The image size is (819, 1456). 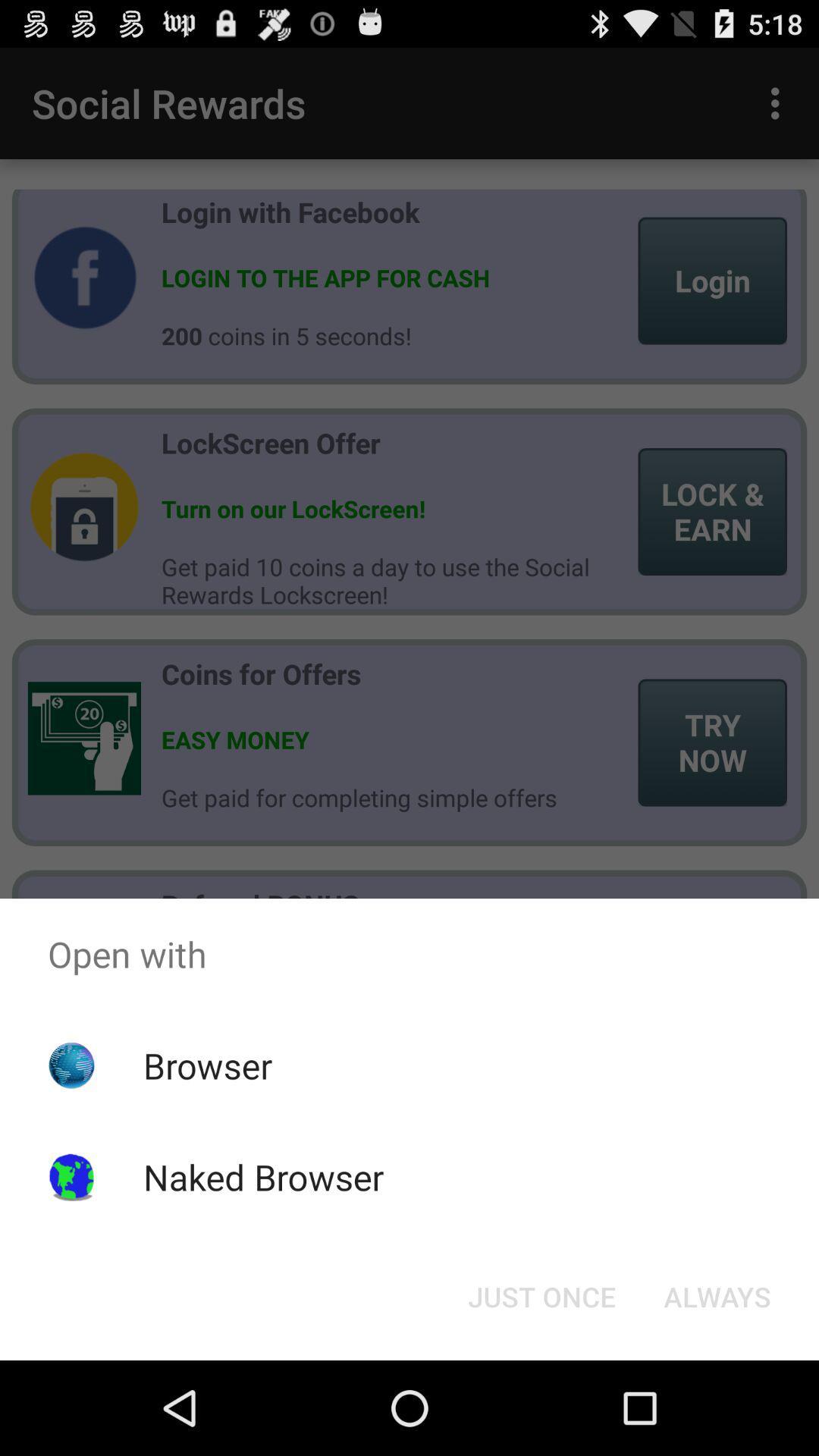 I want to click on the just once, so click(x=541, y=1295).